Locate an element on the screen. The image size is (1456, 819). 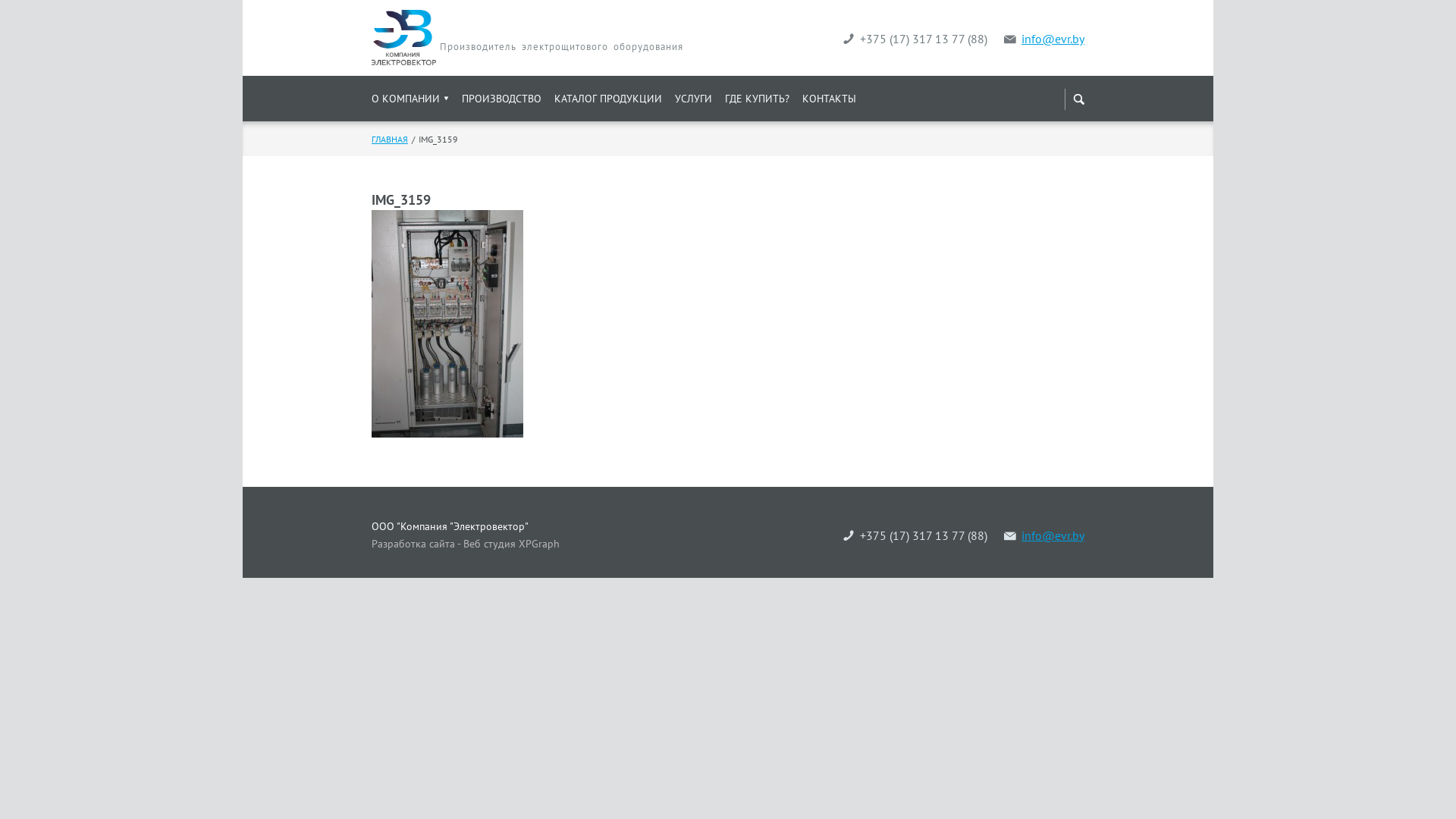
'info@evr.by' is located at coordinates (1004, 38).